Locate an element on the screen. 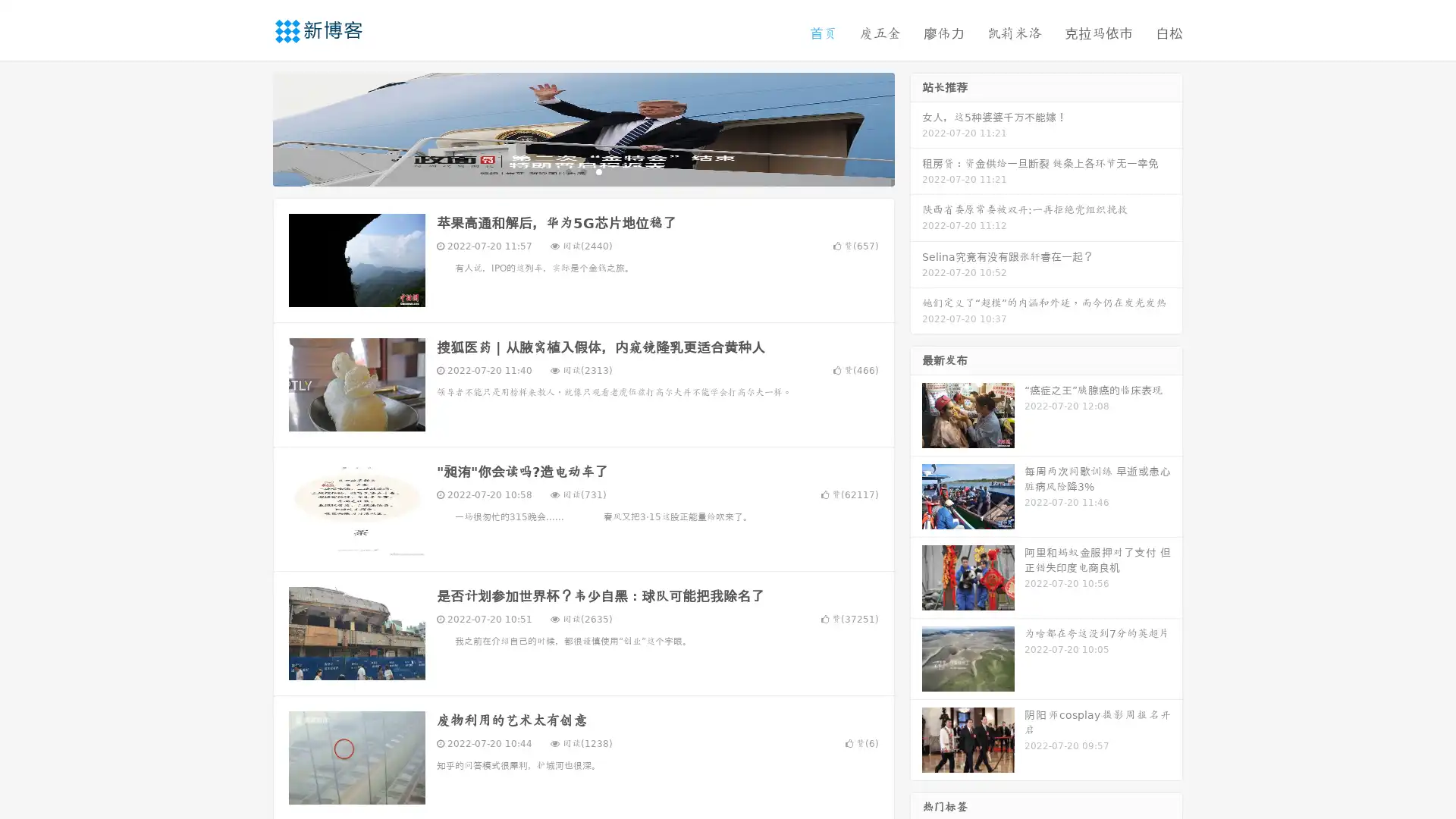 The image size is (1456, 819). Go to slide 1 is located at coordinates (567, 171).